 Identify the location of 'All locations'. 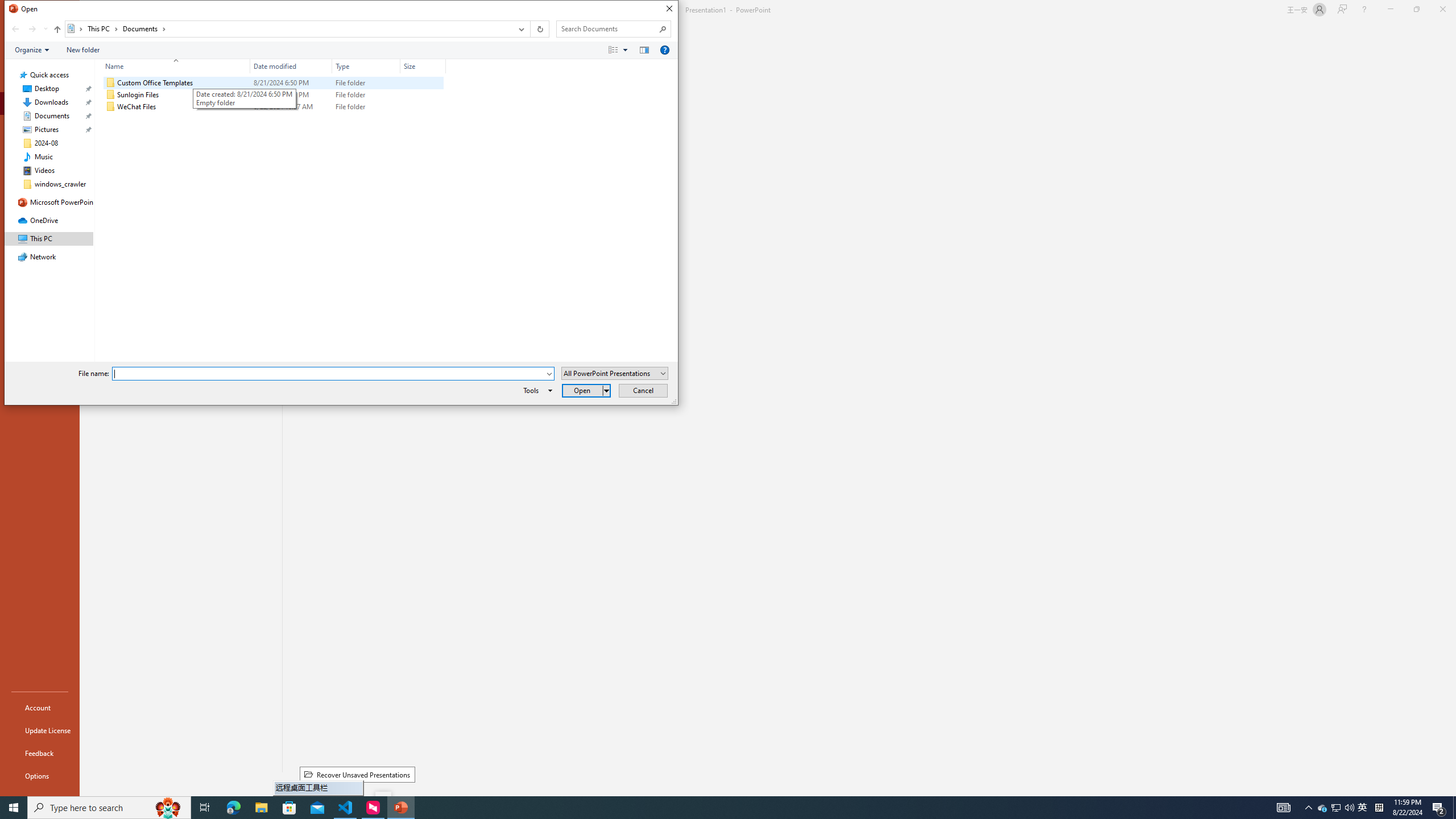
(76, 28).